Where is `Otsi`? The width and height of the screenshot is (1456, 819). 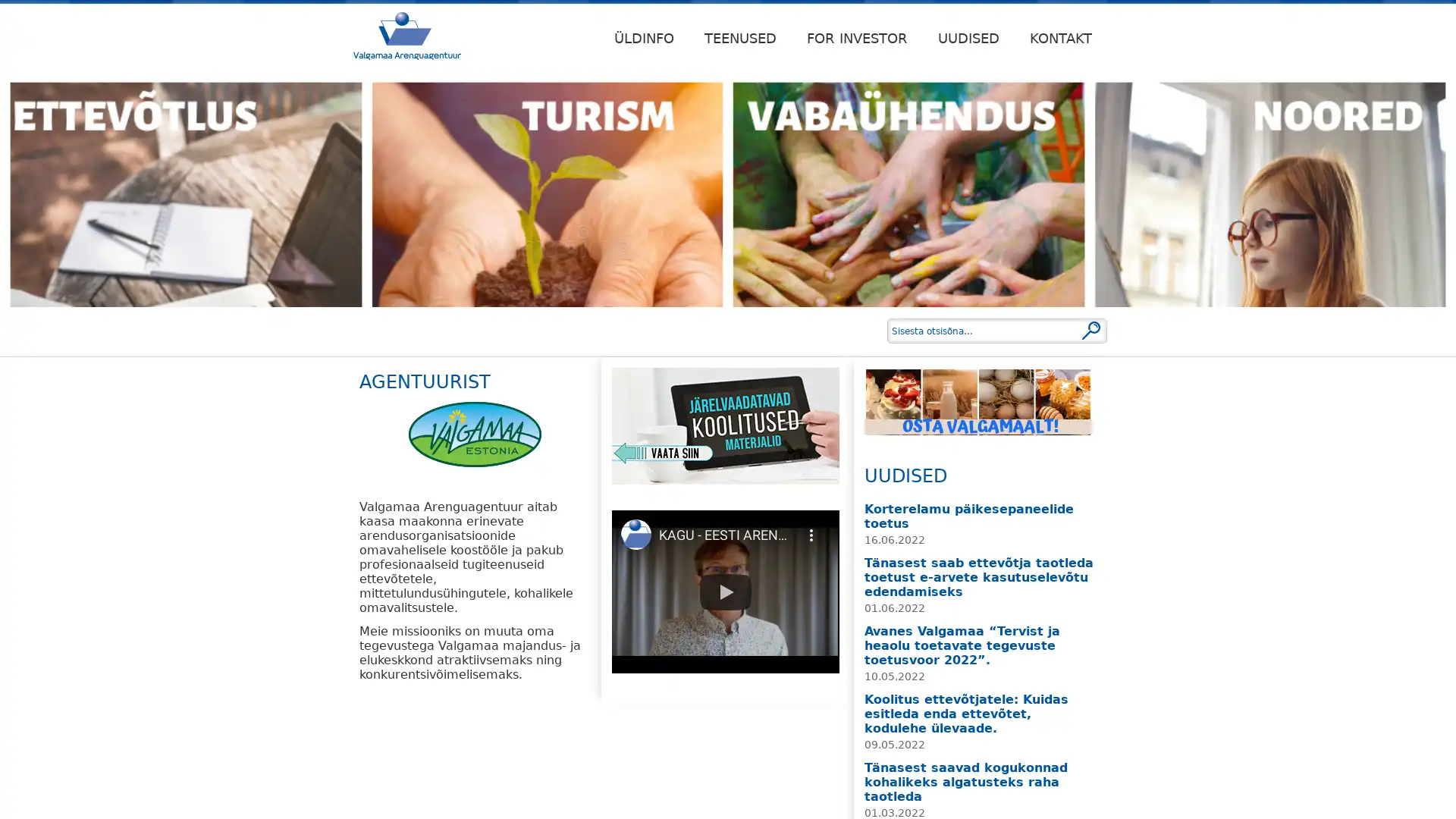 Otsi is located at coordinates (1090, 329).